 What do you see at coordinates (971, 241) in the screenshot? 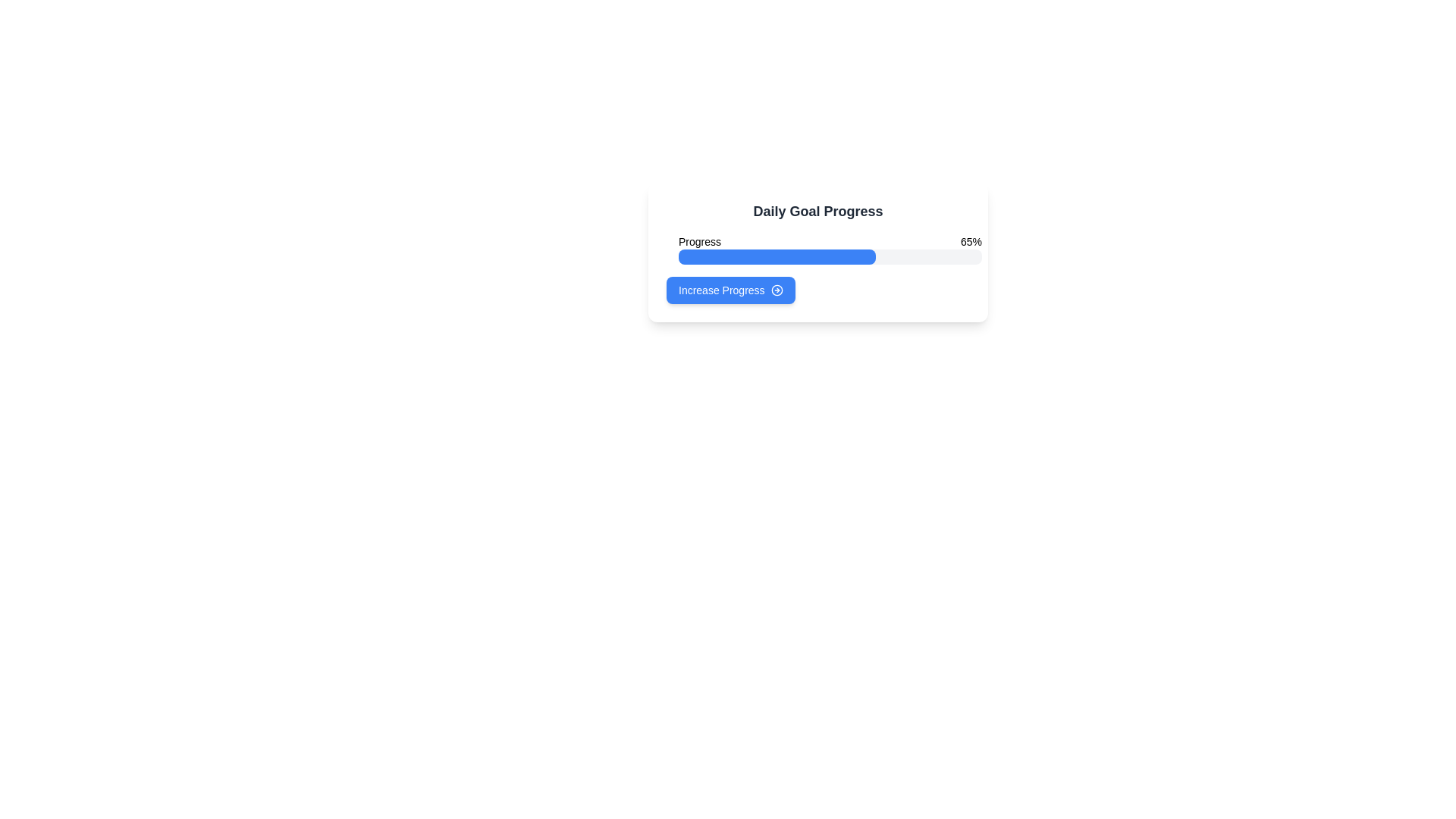
I see `the static text label displaying '65%' which indicates a percentage value, located to the right of the progress bar in the 'Daily Goal Progress' card` at bounding box center [971, 241].